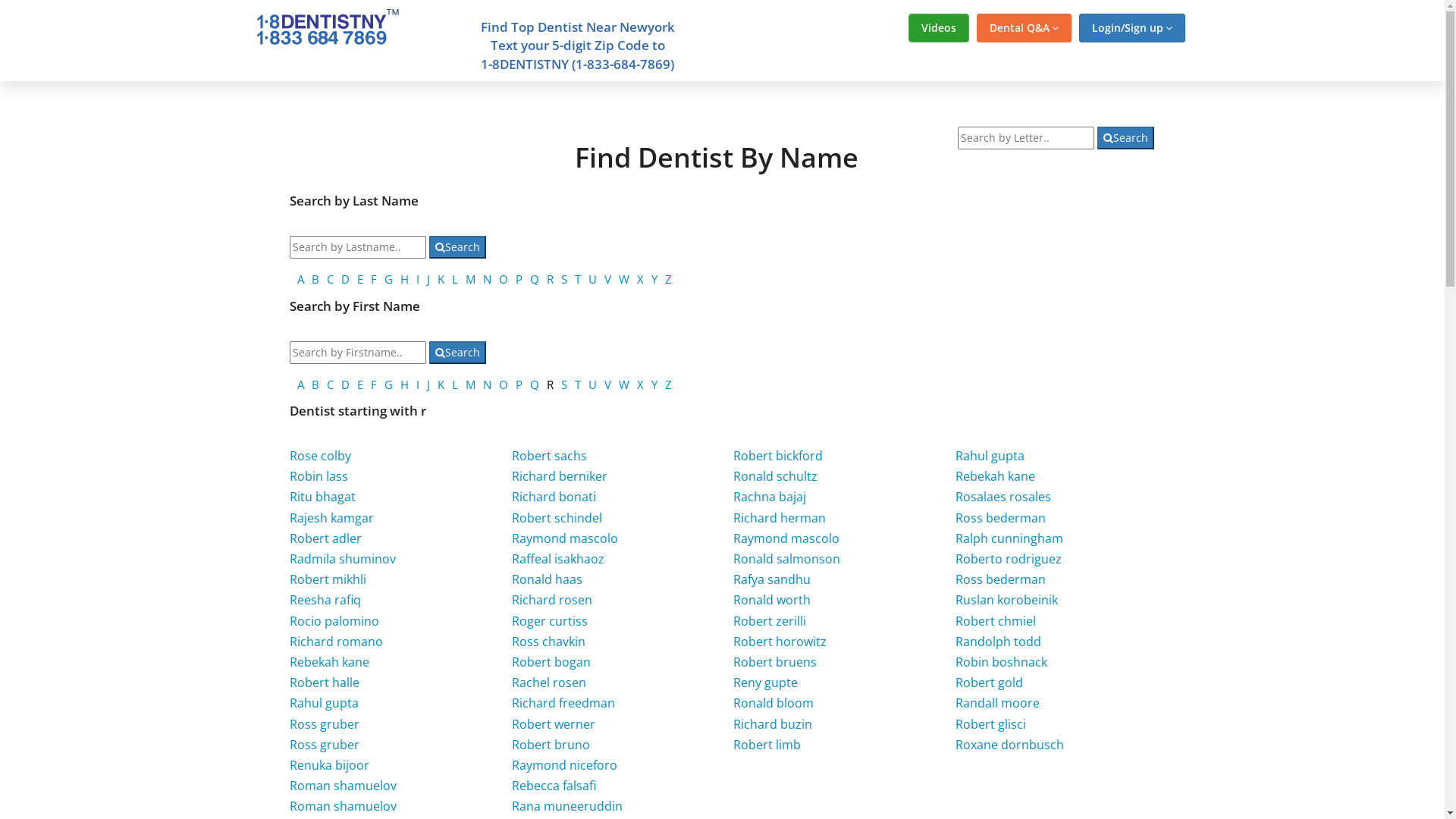  I want to click on 'W', so click(623, 383).